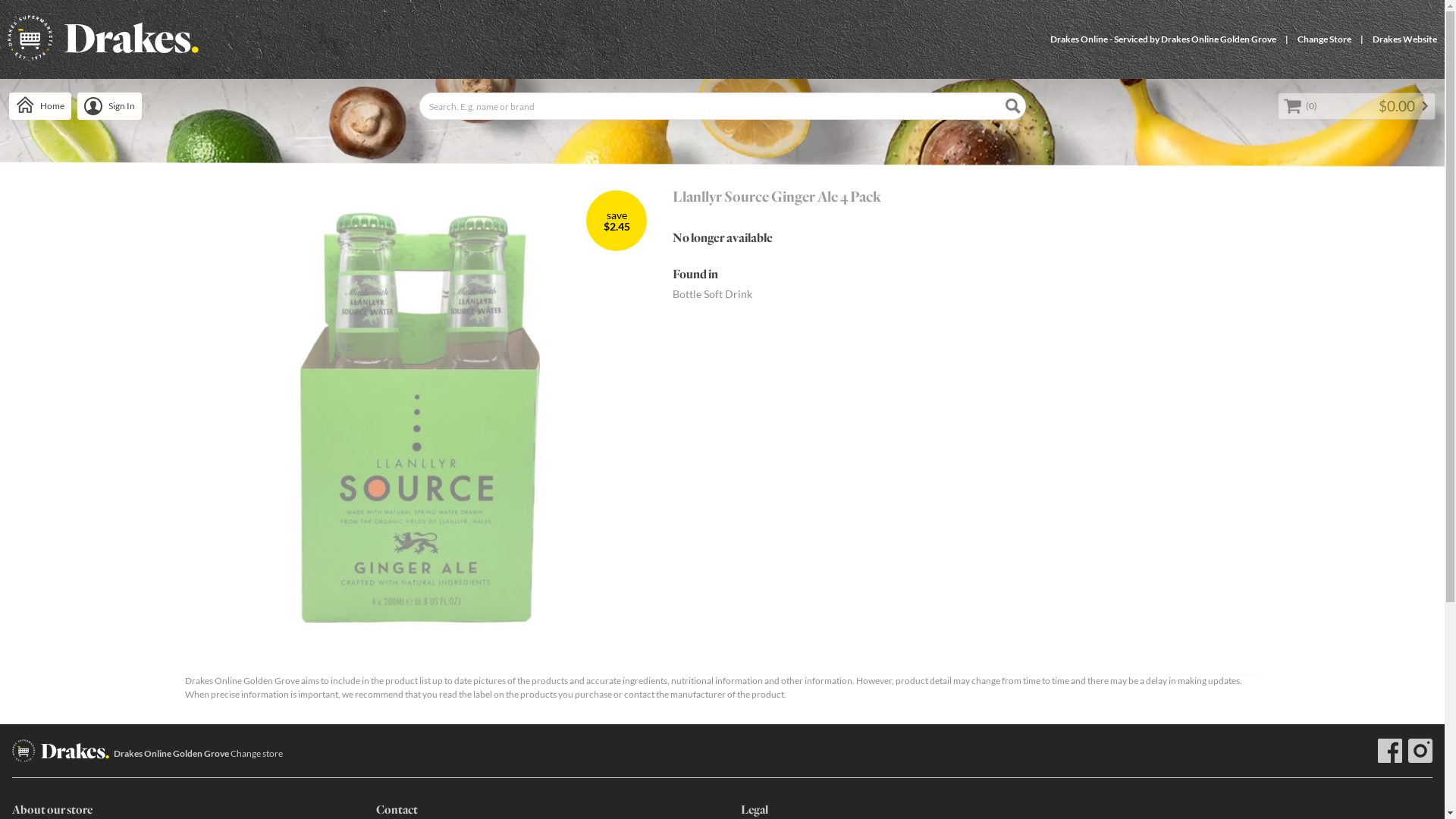  Describe the element at coordinates (39, 105) in the screenshot. I see `'Home'` at that location.